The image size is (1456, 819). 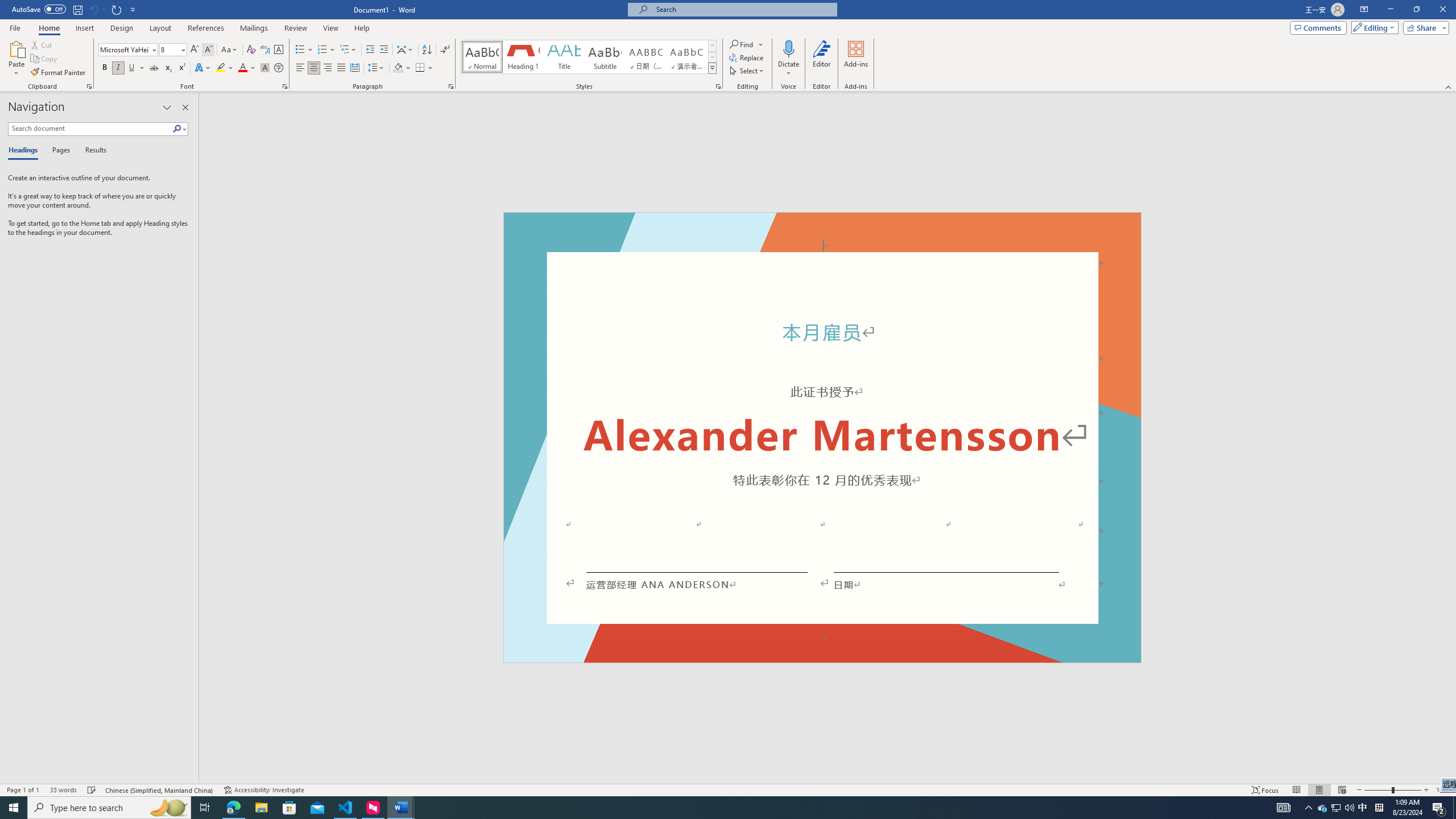 What do you see at coordinates (405, 49) in the screenshot?
I see `'Asian Layout'` at bounding box center [405, 49].